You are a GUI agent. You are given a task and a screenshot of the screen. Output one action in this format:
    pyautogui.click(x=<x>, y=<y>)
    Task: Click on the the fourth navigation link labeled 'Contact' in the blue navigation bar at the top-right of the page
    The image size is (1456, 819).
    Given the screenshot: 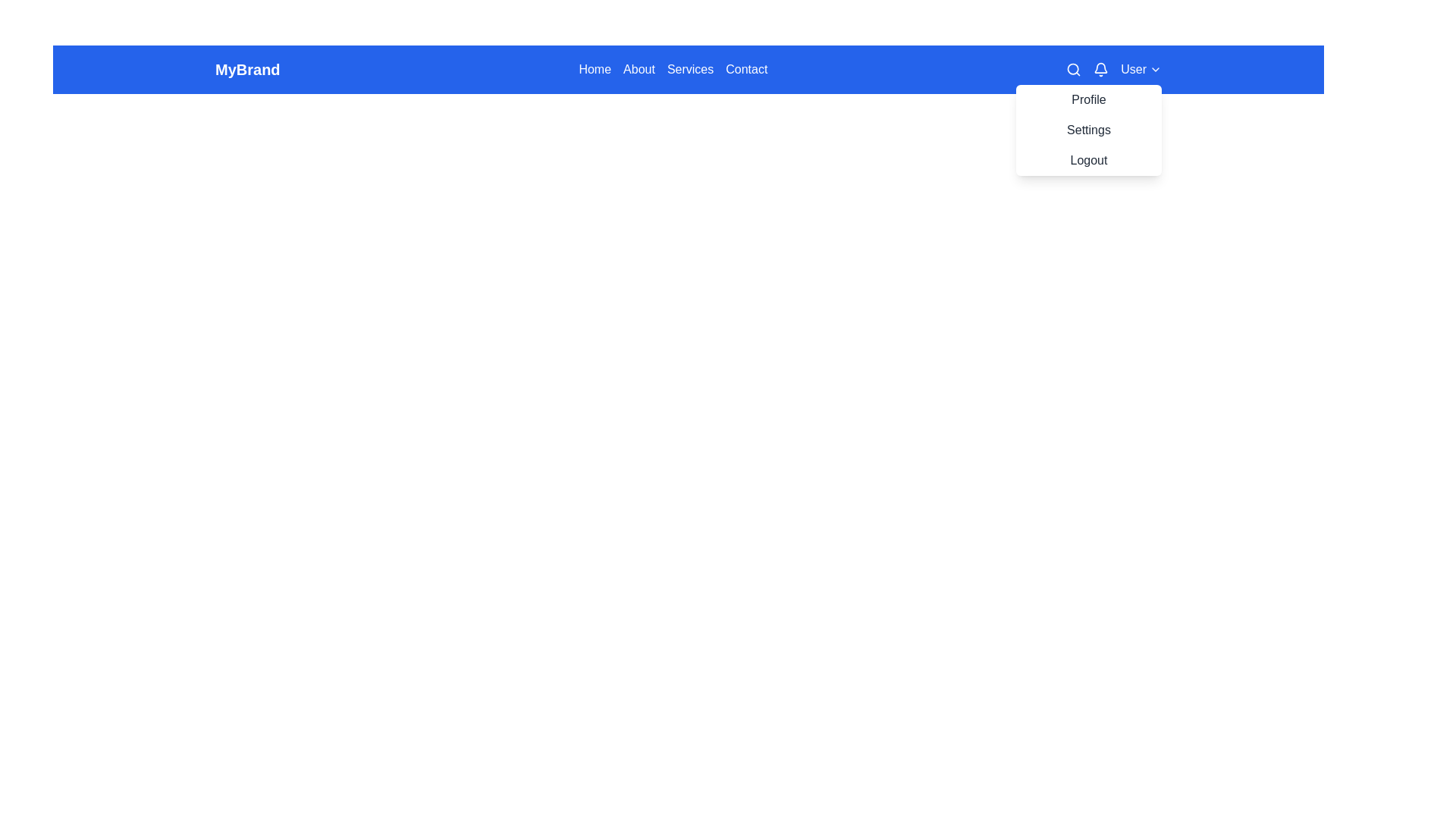 What is the action you would take?
    pyautogui.click(x=746, y=70)
    